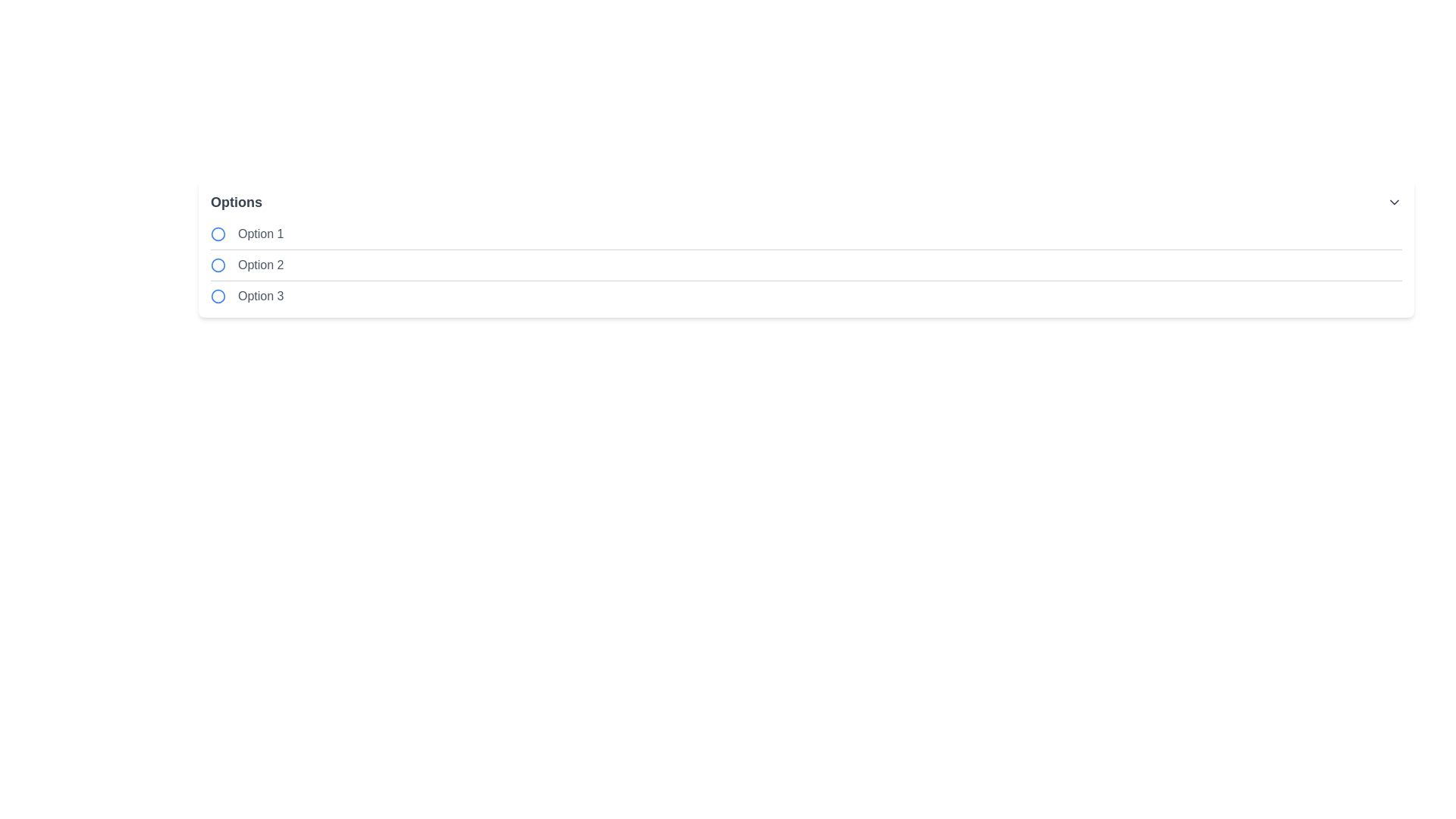 The height and width of the screenshot is (819, 1456). I want to click on the leftmost radio button in the first row of the options list, so click(218, 234).